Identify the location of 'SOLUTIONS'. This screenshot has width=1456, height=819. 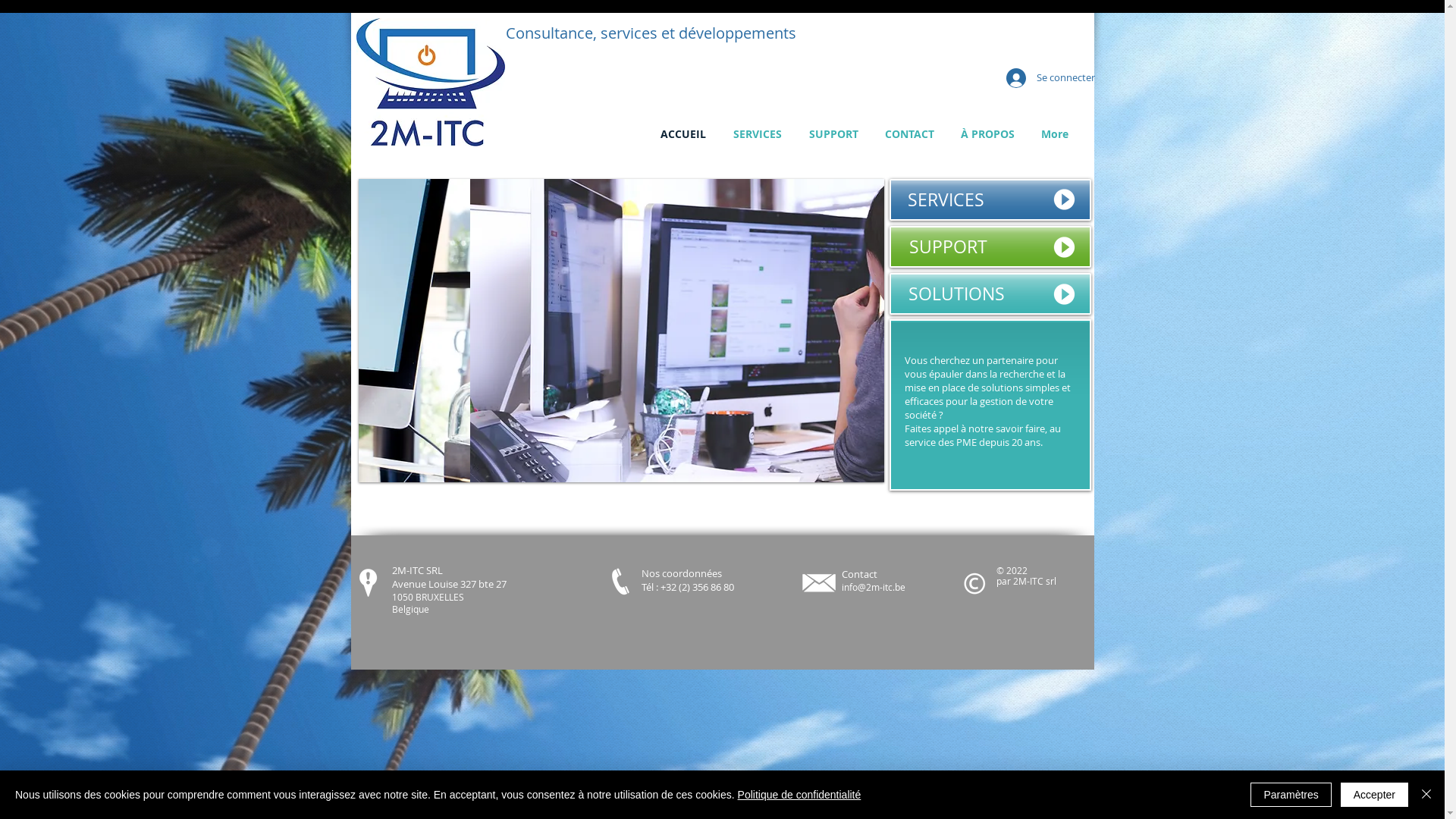
(990, 293).